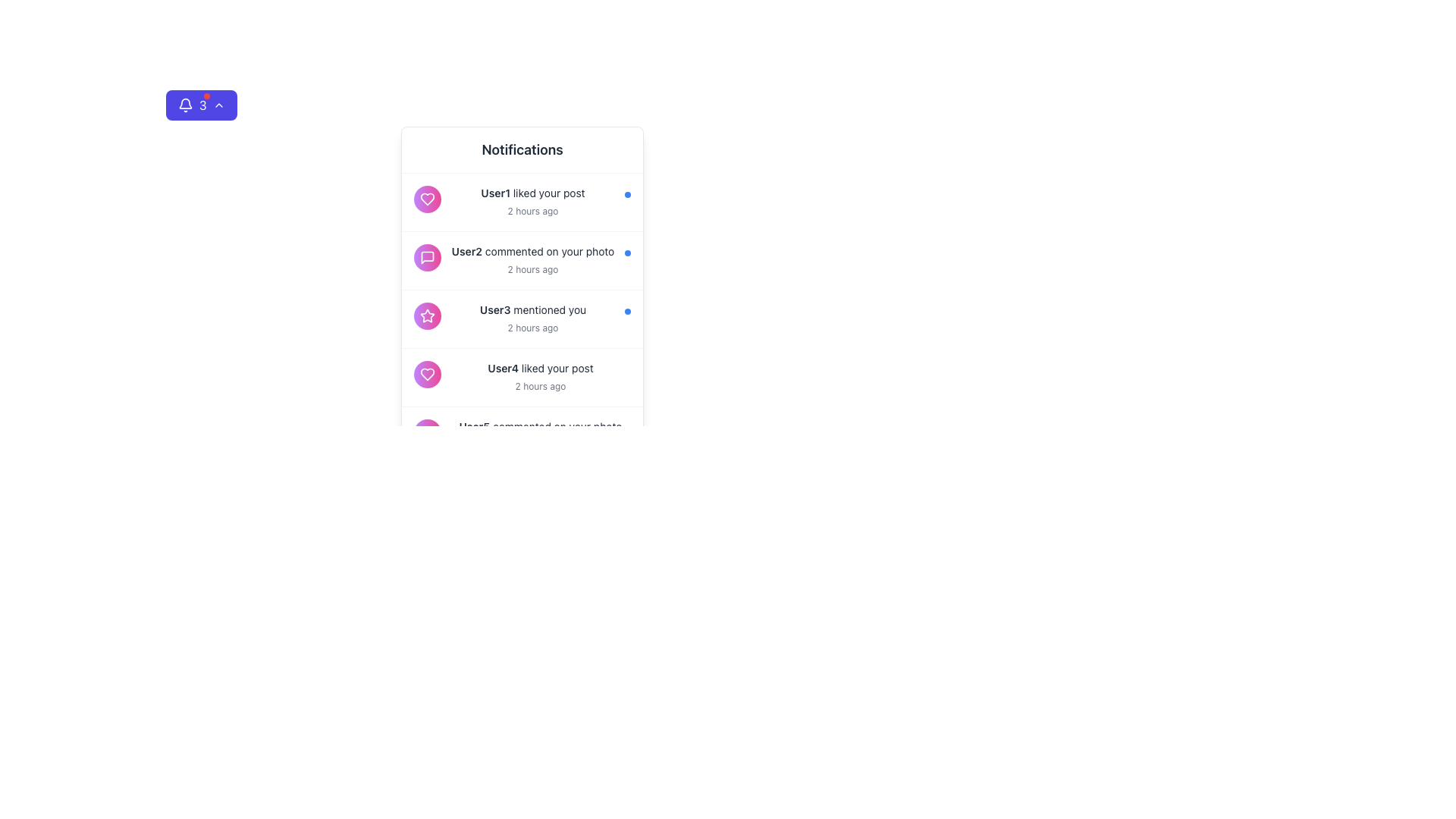  What do you see at coordinates (522, 150) in the screenshot?
I see `the text label that serves as the header for the notifications section, located at the top of the notifications dropdown panel` at bounding box center [522, 150].